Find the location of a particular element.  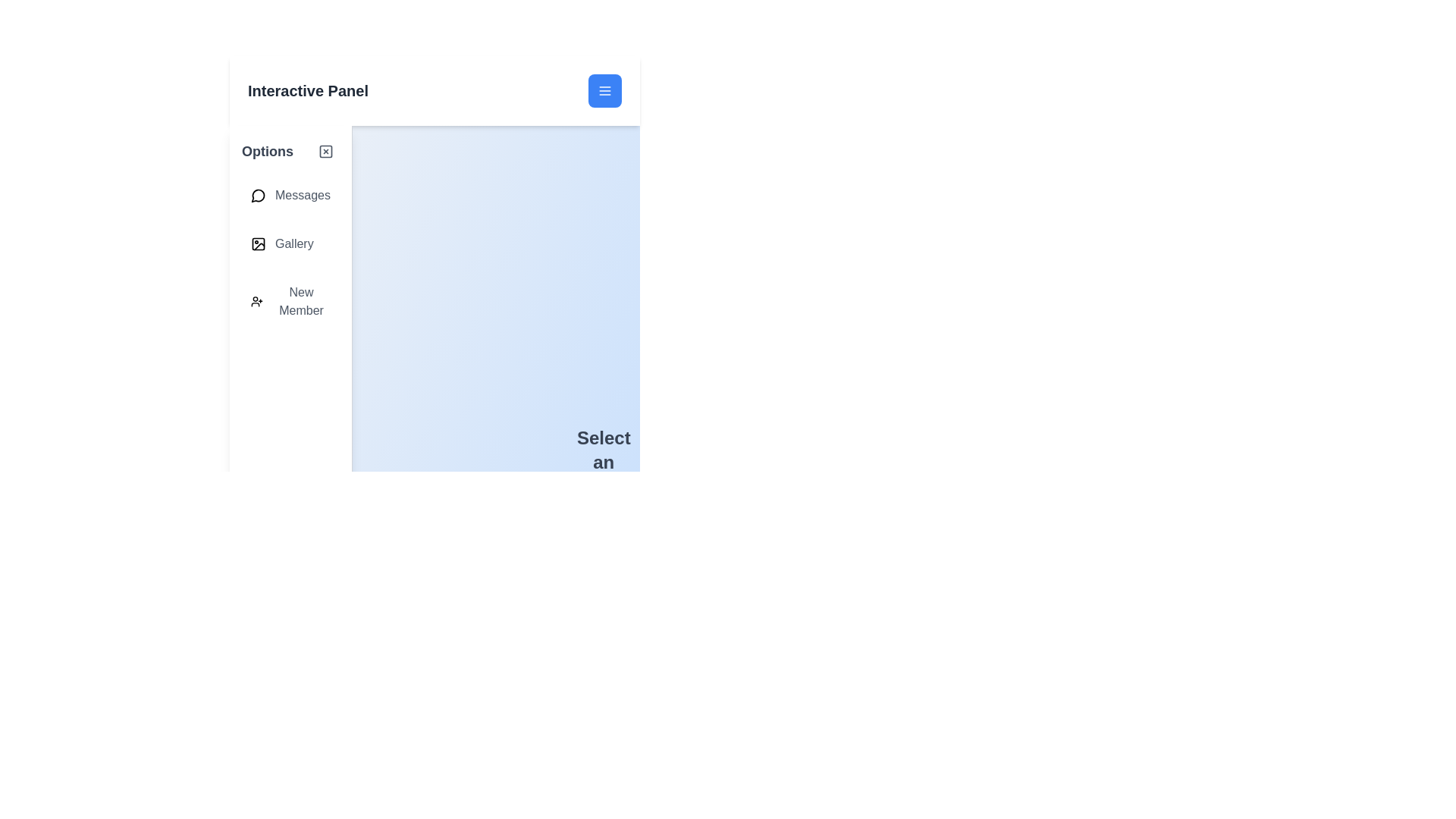

the Text Label that indicates an option or feature related to adding or viewing new members, which is located in the vertical sidebar menu below 'Messages' and 'Gallery' is located at coordinates (301, 301).